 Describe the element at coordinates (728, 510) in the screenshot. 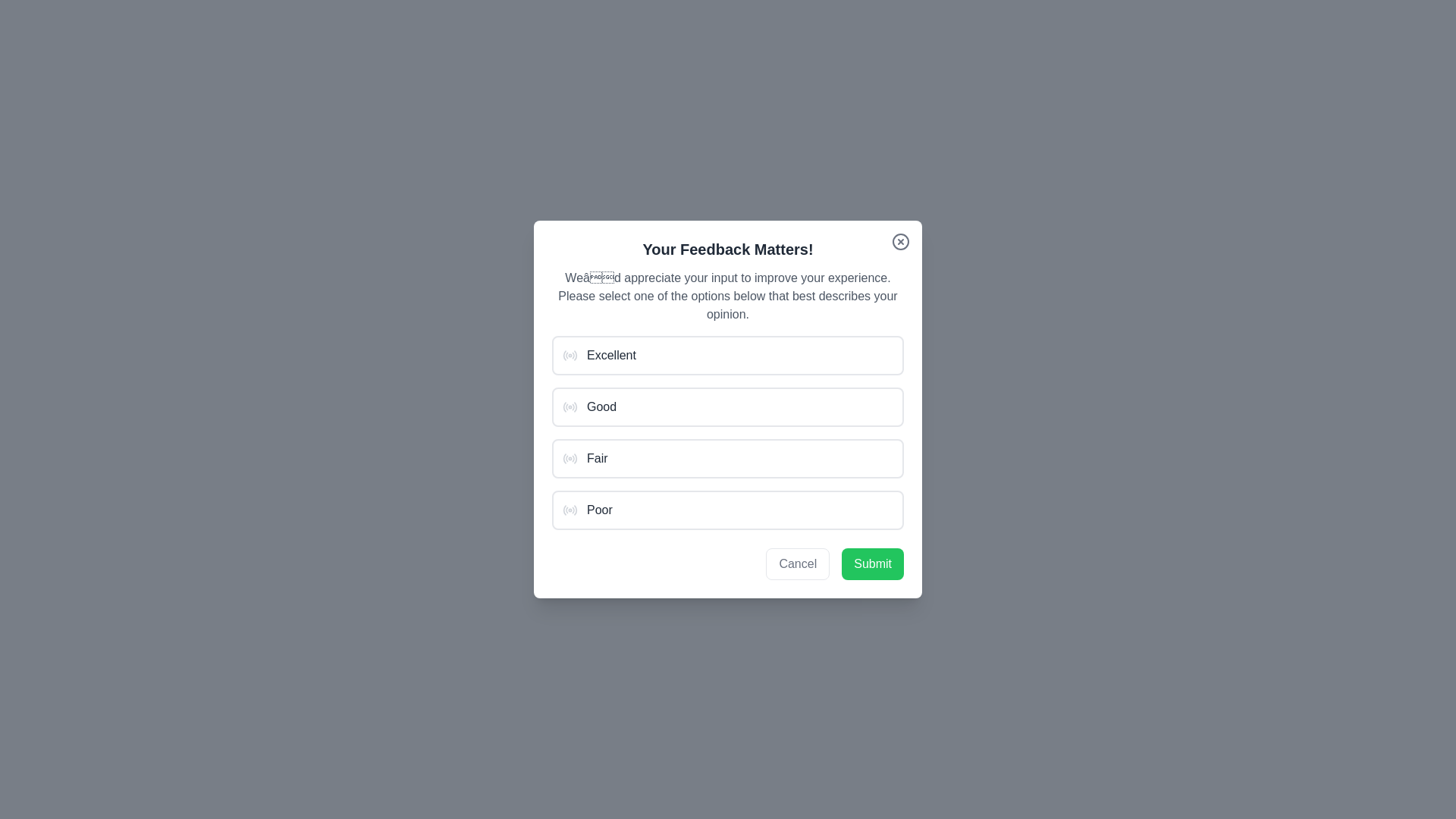

I see `the option 'Poor' from the list` at that location.